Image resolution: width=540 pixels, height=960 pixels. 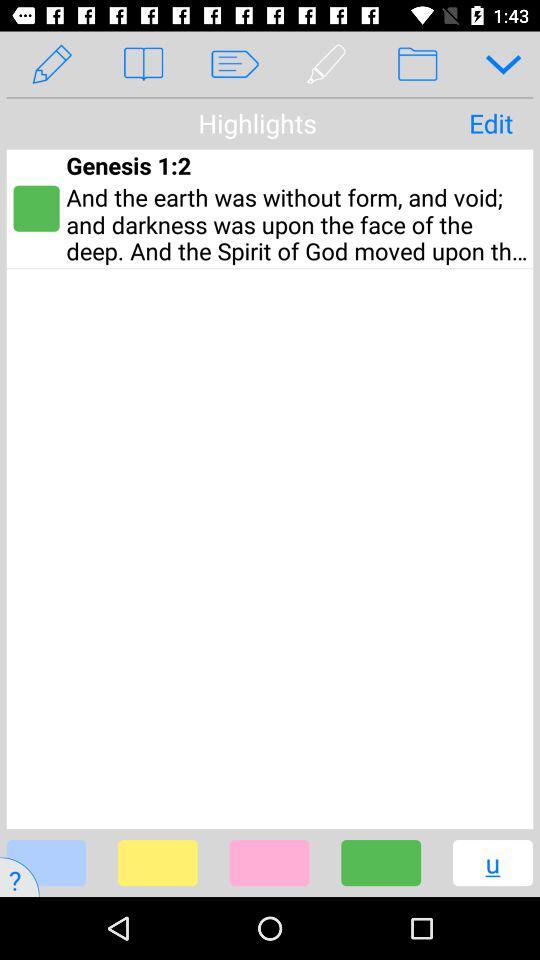 I want to click on the edit icon, so click(x=326, y=64).